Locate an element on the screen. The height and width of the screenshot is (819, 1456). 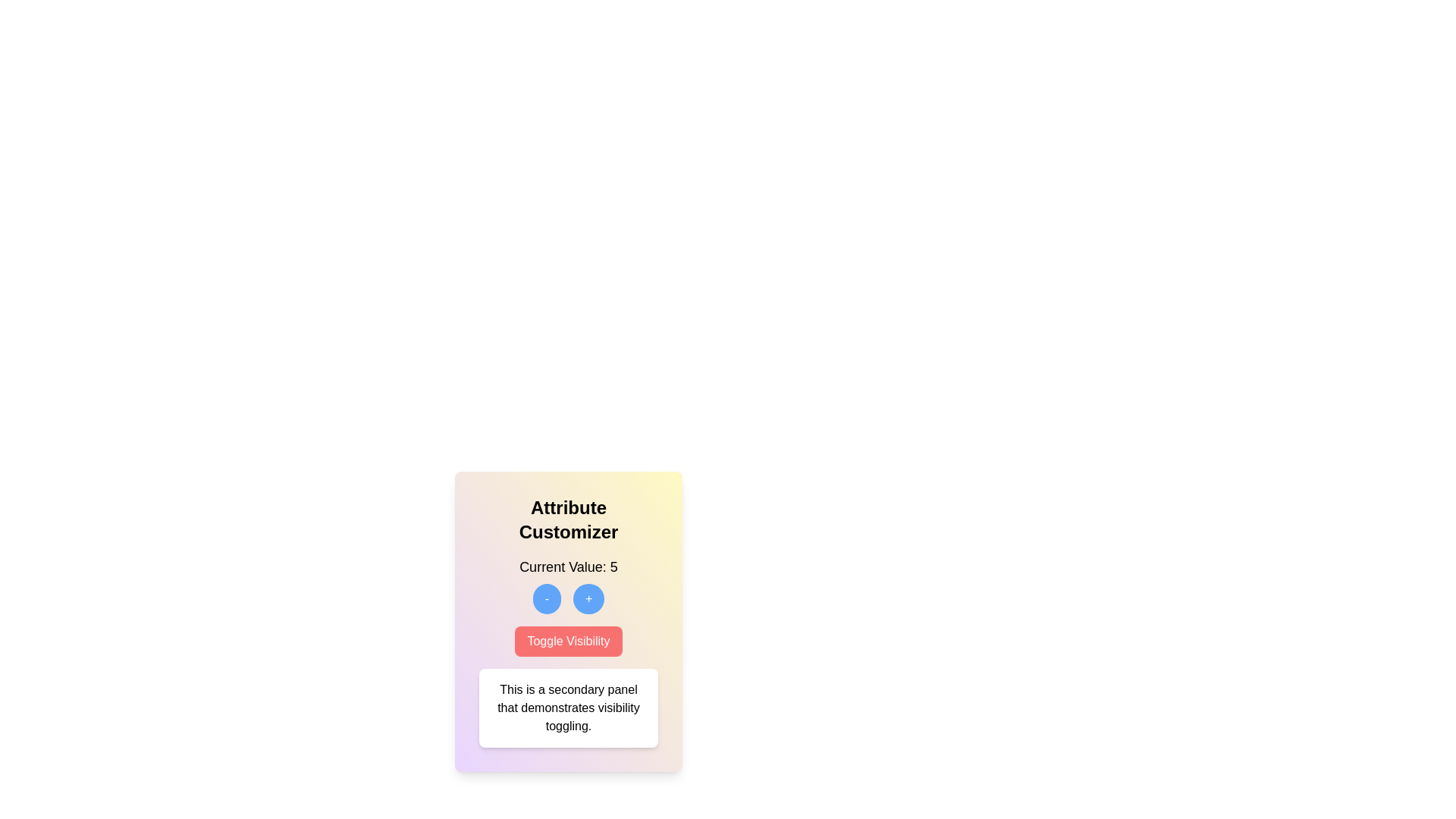
the leftmost decrement button located in the lower third of the interface panel to decrease the numeric value displayed elsewhere is located at coordinates (546, 598).